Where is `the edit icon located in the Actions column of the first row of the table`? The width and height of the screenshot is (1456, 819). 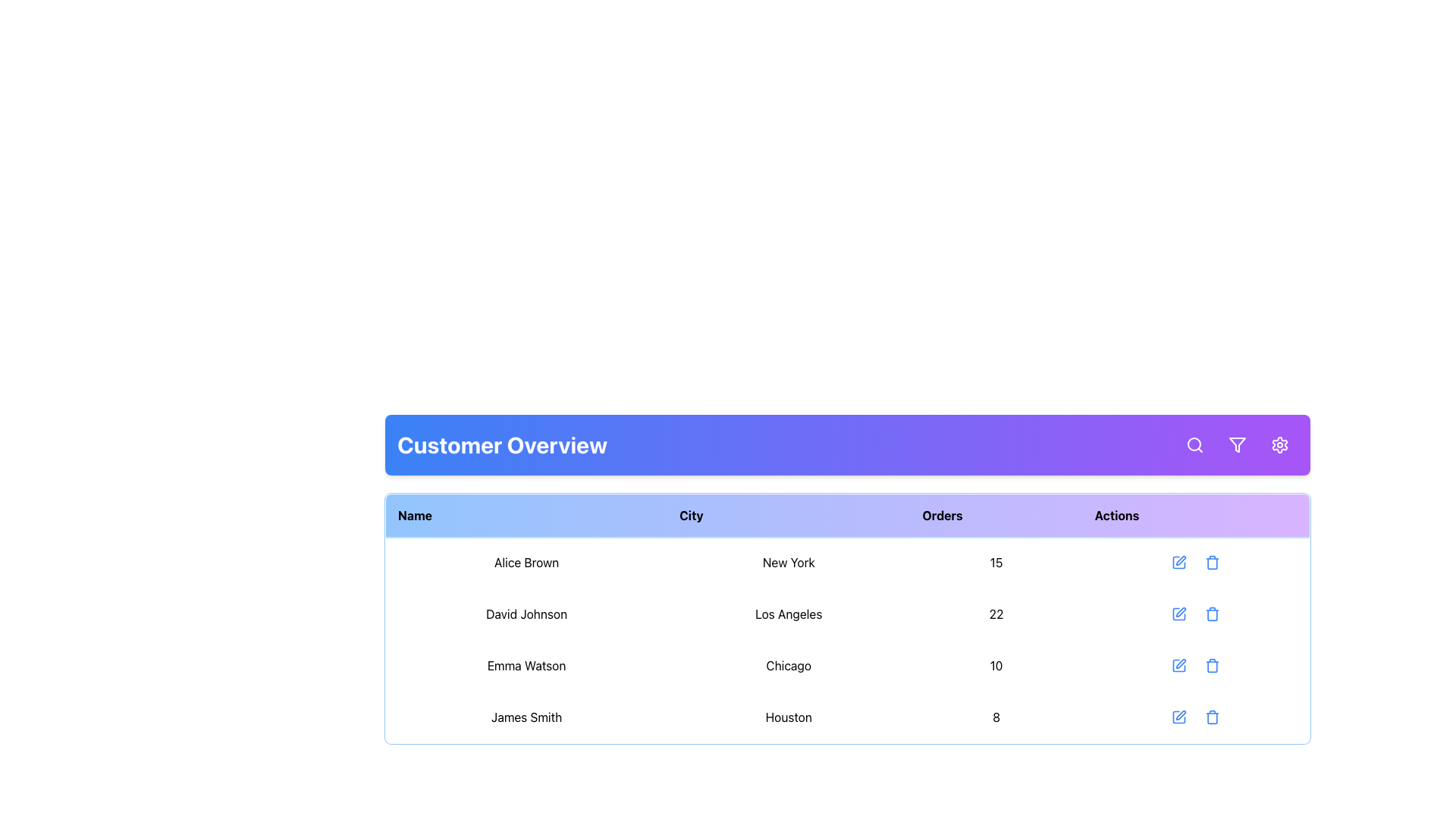
the edit icon located in the Actions column of the first row of the table is located at coordinates (1178, 562).